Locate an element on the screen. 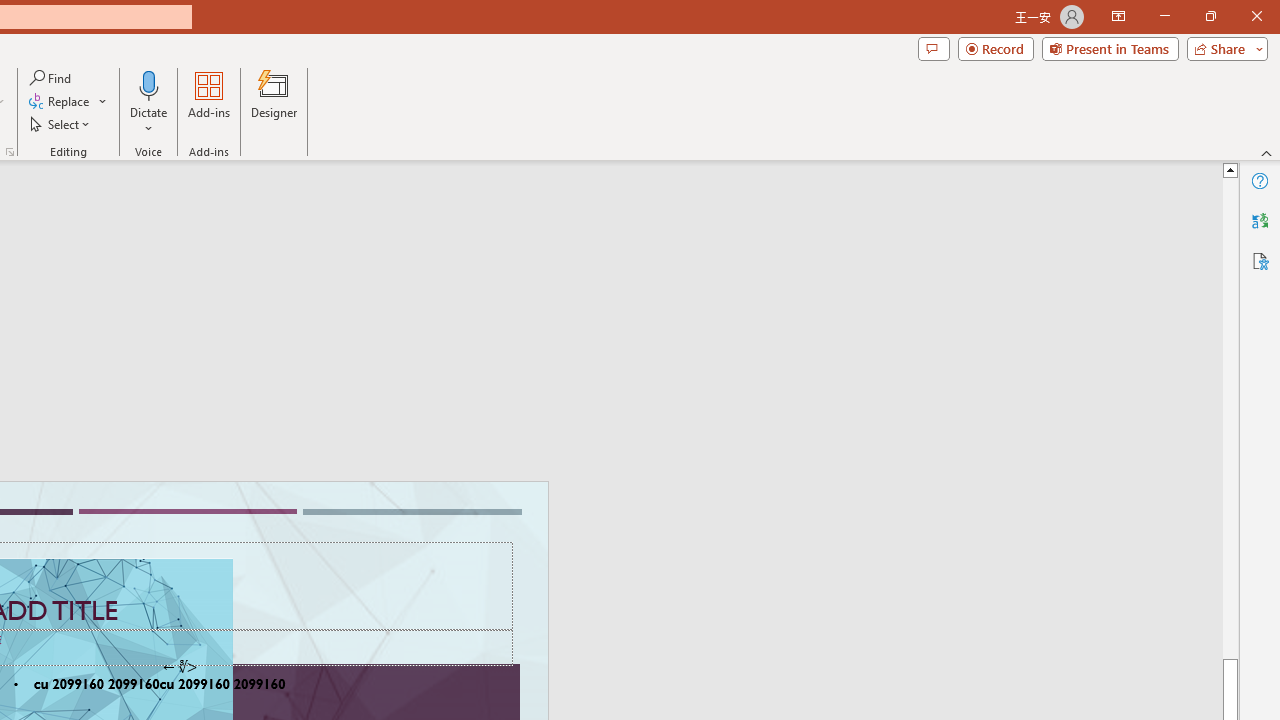  'Present in Teams' is located at coordinates (1109, 47).